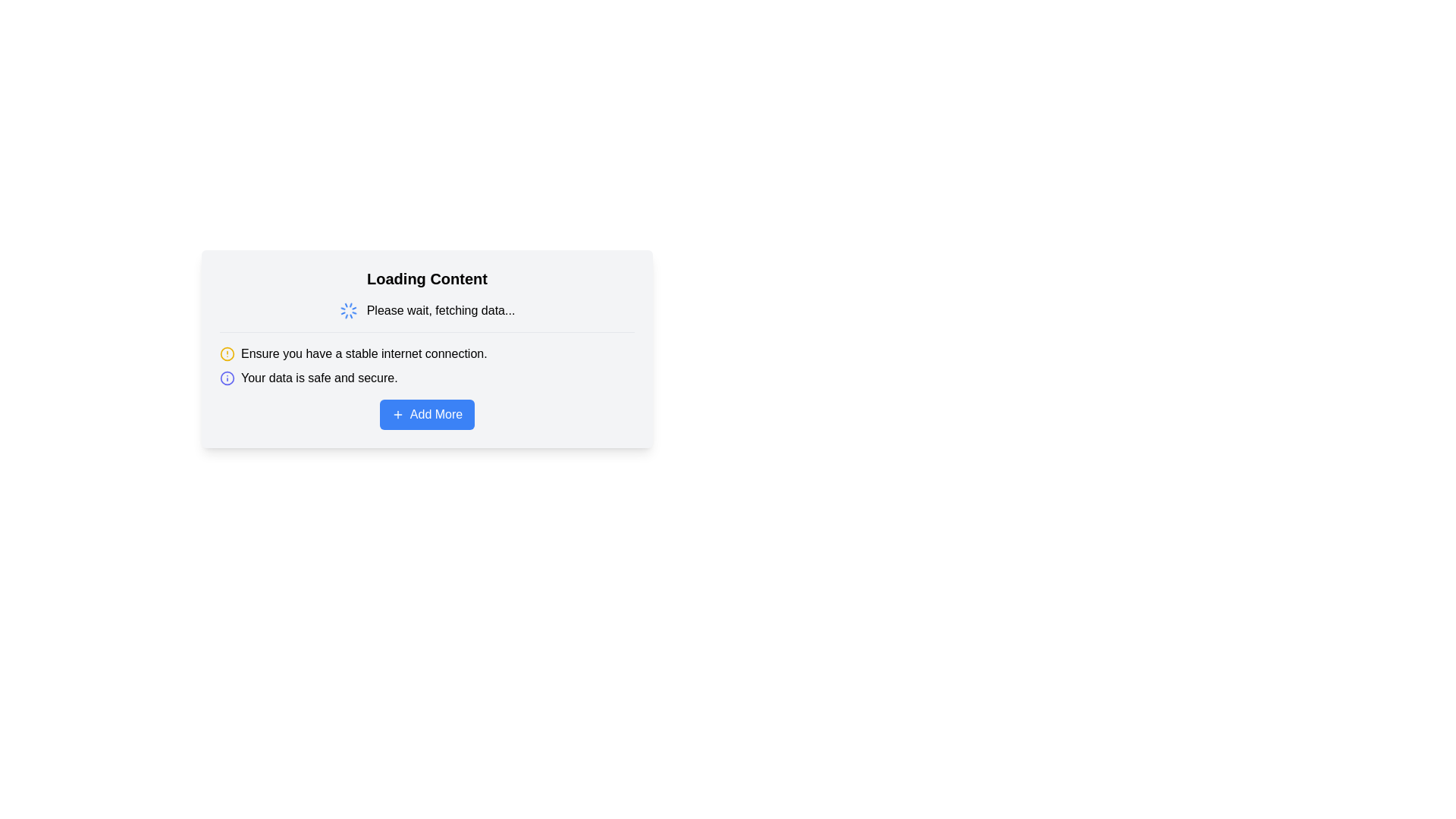 The height and width of the screenshot is (819, 1456). What do you see at coordinates (226, 353) in the screenshot?
I see `the warning icon located to the left of the text 'Ensure you have a stable internet connection.'` at bounding box center [226, 353].